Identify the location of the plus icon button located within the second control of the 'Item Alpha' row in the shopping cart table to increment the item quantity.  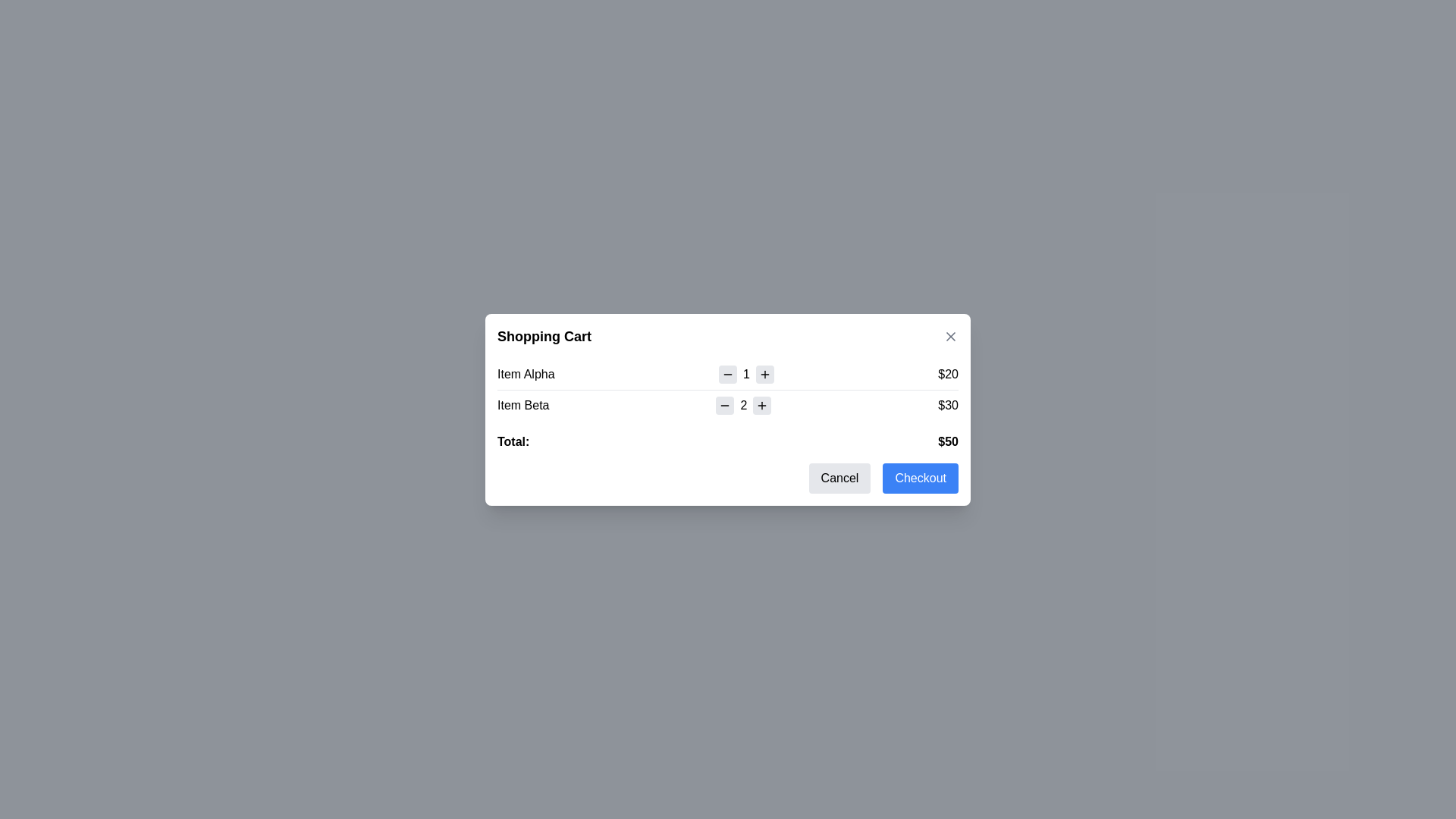
(764, 374).